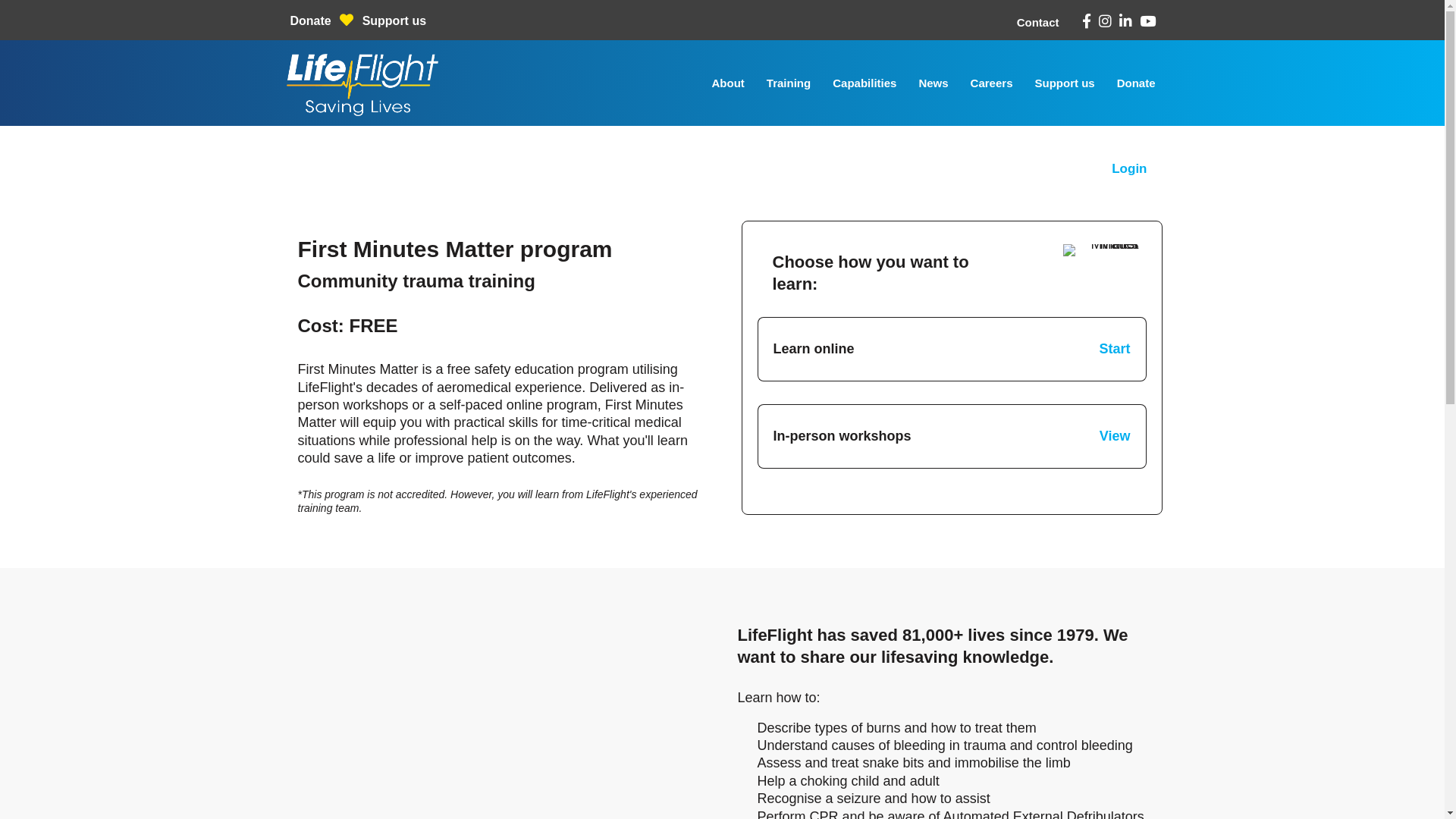  Describe the element at coordinates (394, 20) in the screenshot. I see `'Support us'` at that location.